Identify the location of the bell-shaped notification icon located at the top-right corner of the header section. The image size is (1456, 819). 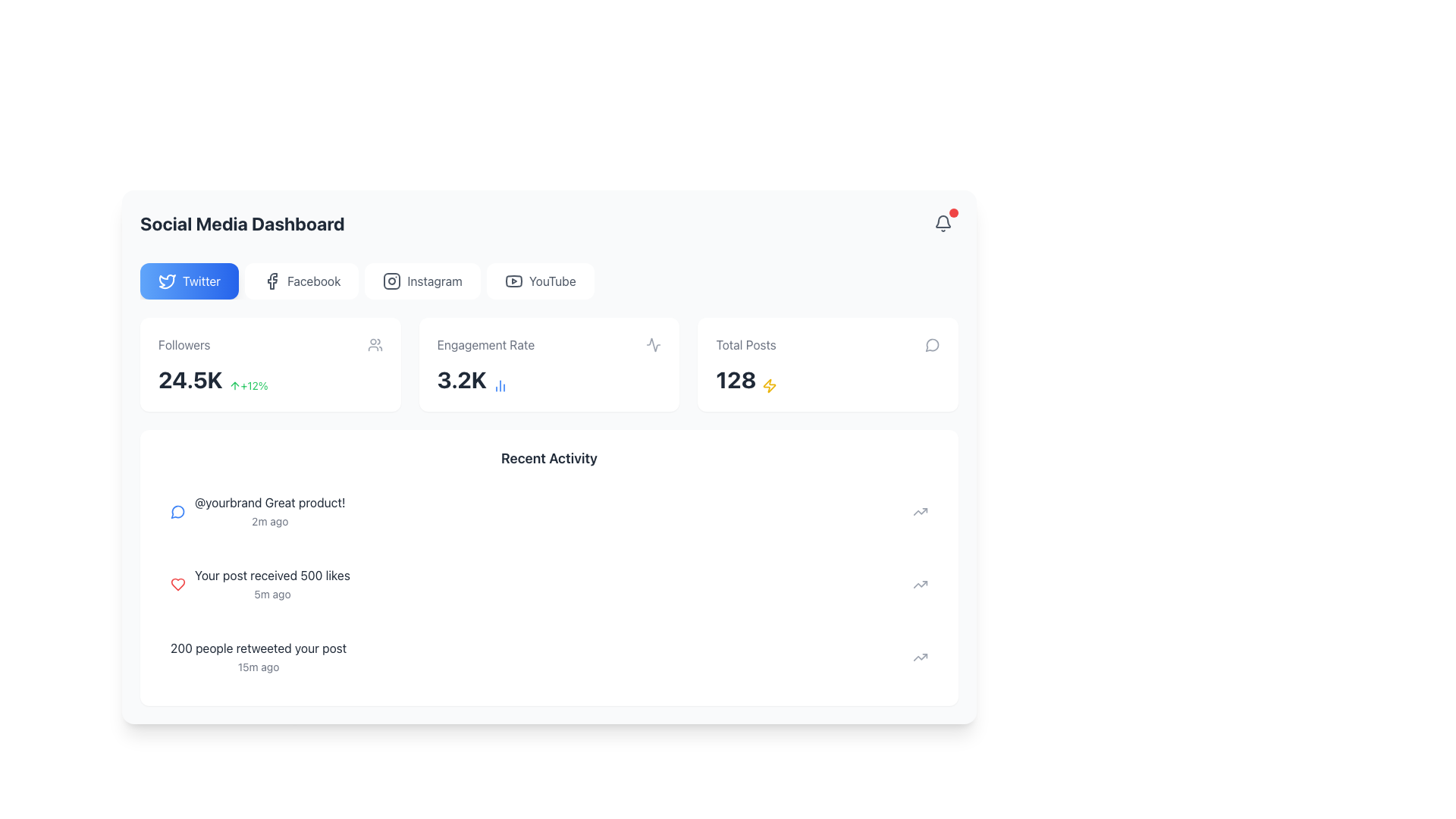
(942, 223).